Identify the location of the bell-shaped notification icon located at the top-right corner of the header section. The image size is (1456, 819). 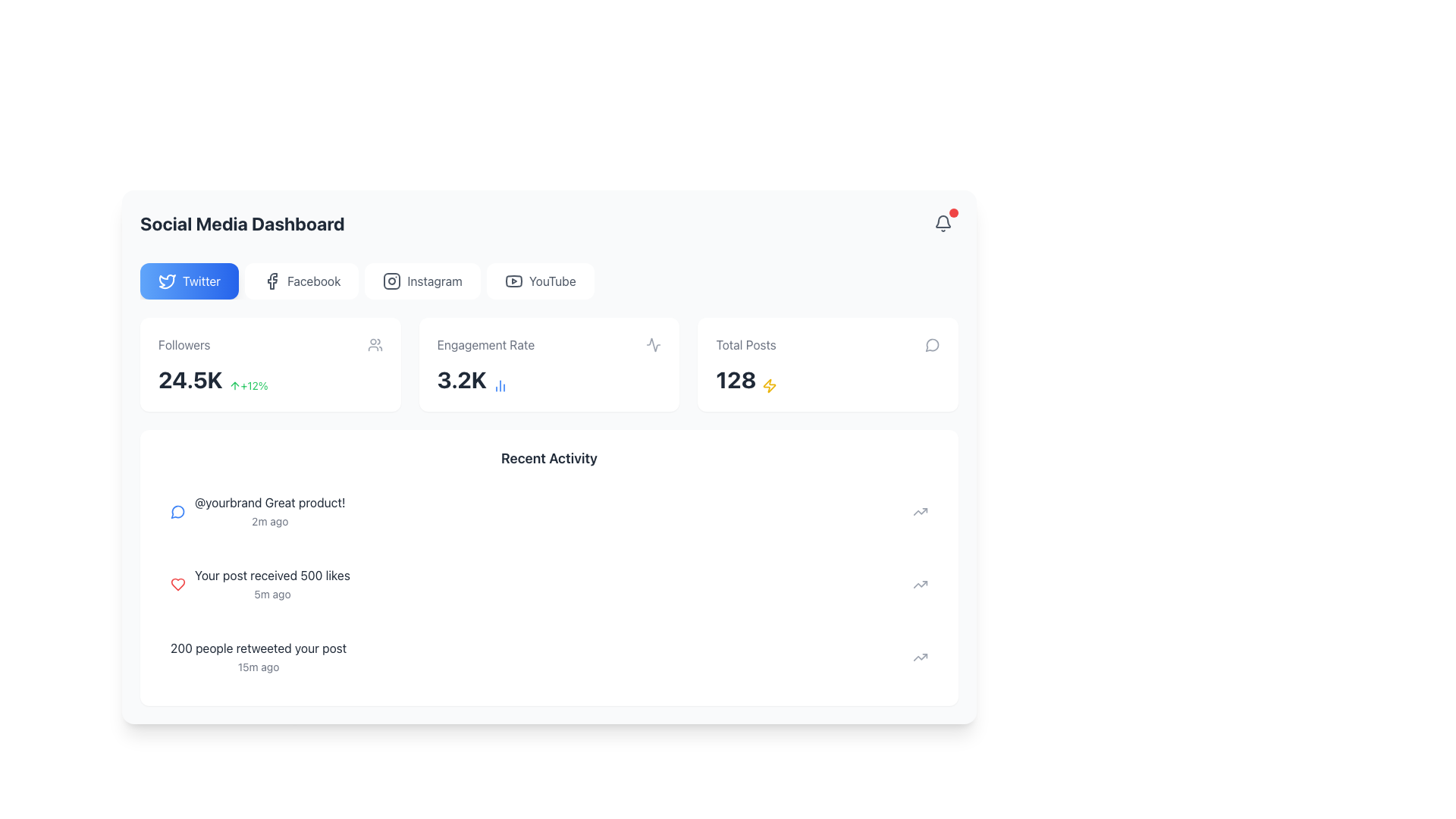
(942, 223).